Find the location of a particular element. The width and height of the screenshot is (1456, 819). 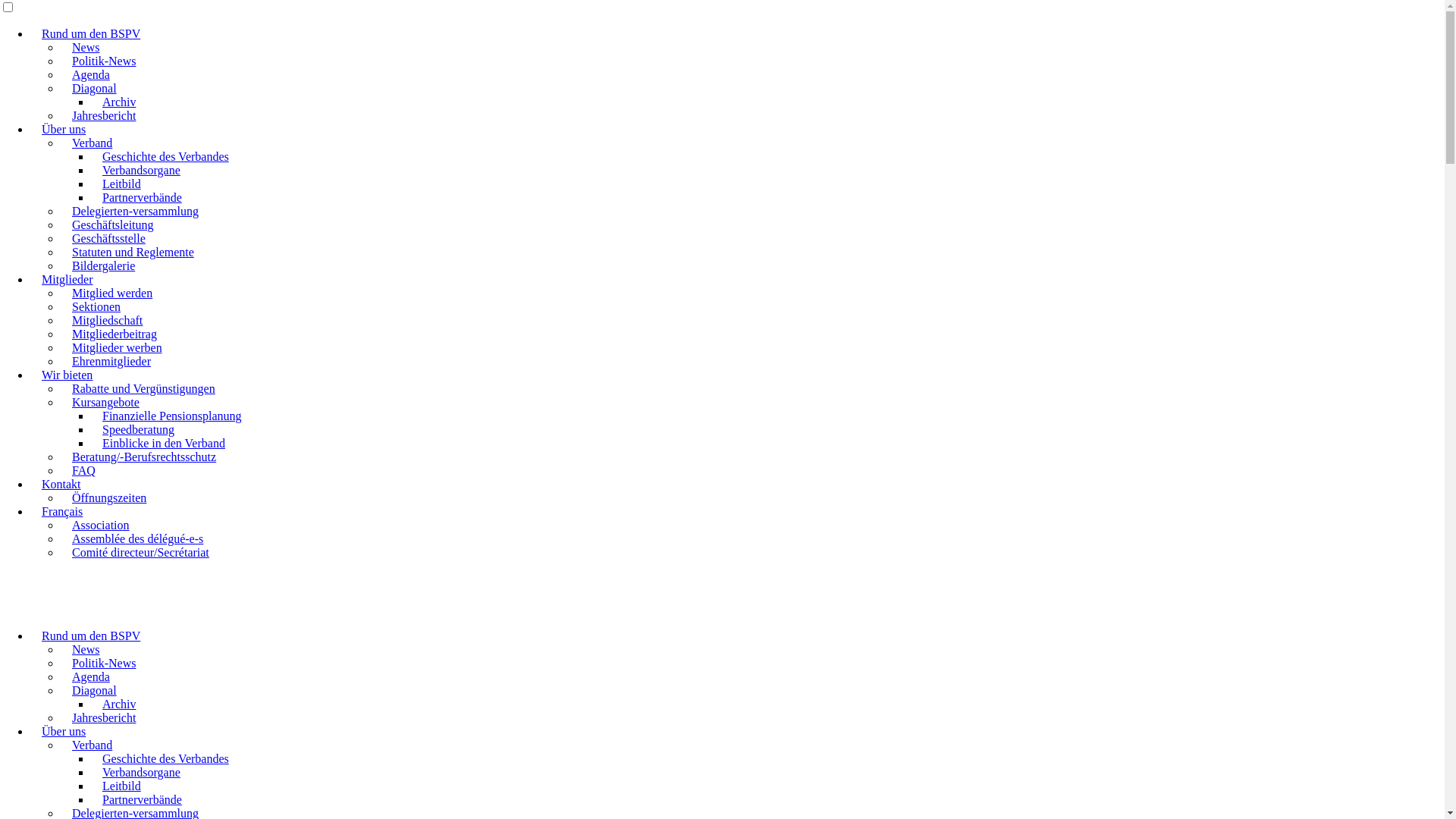

'Kursangebote' is located at coordinates (105, 401).